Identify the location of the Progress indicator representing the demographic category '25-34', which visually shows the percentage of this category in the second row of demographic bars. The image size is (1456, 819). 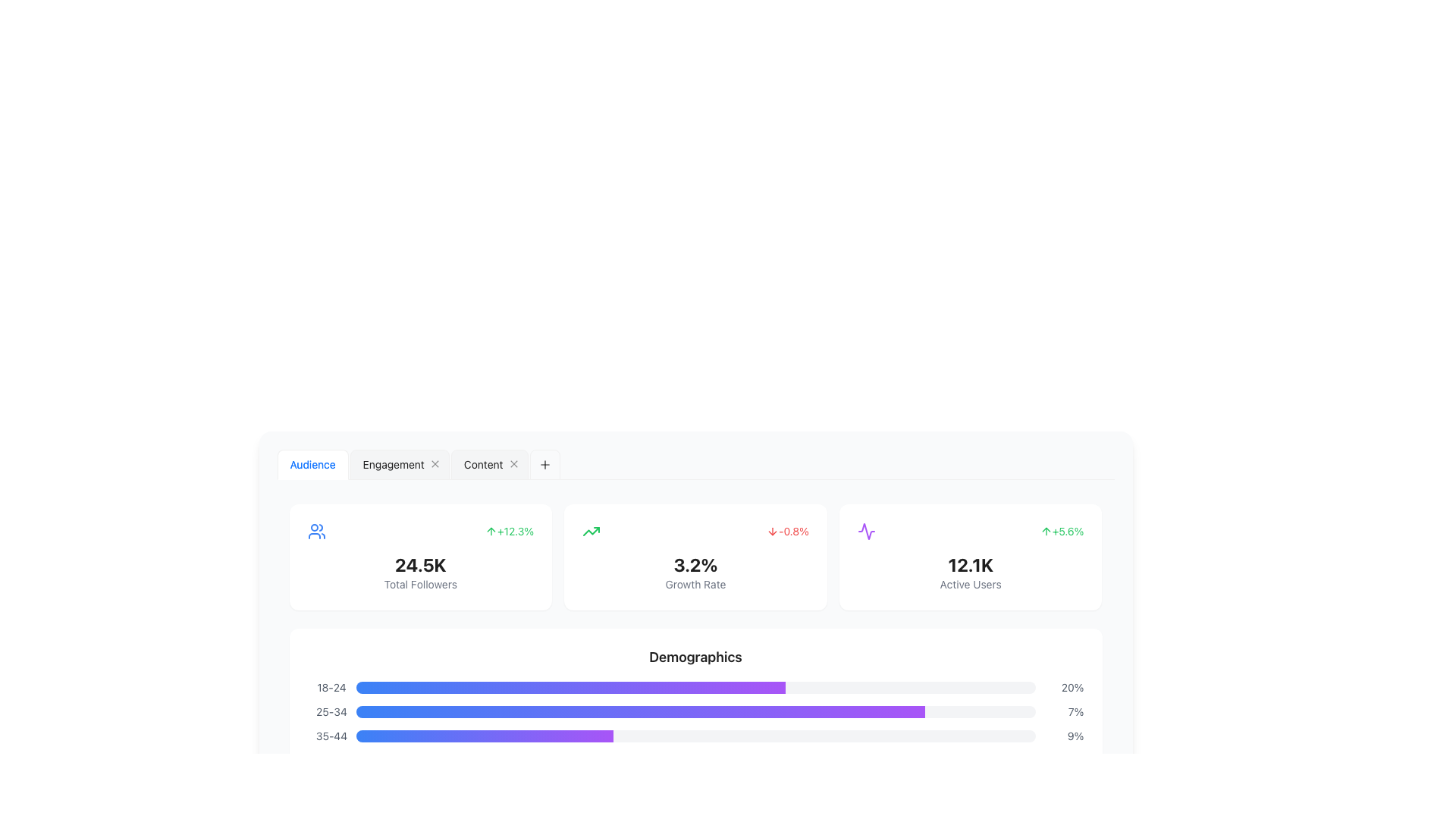
(640, 711).